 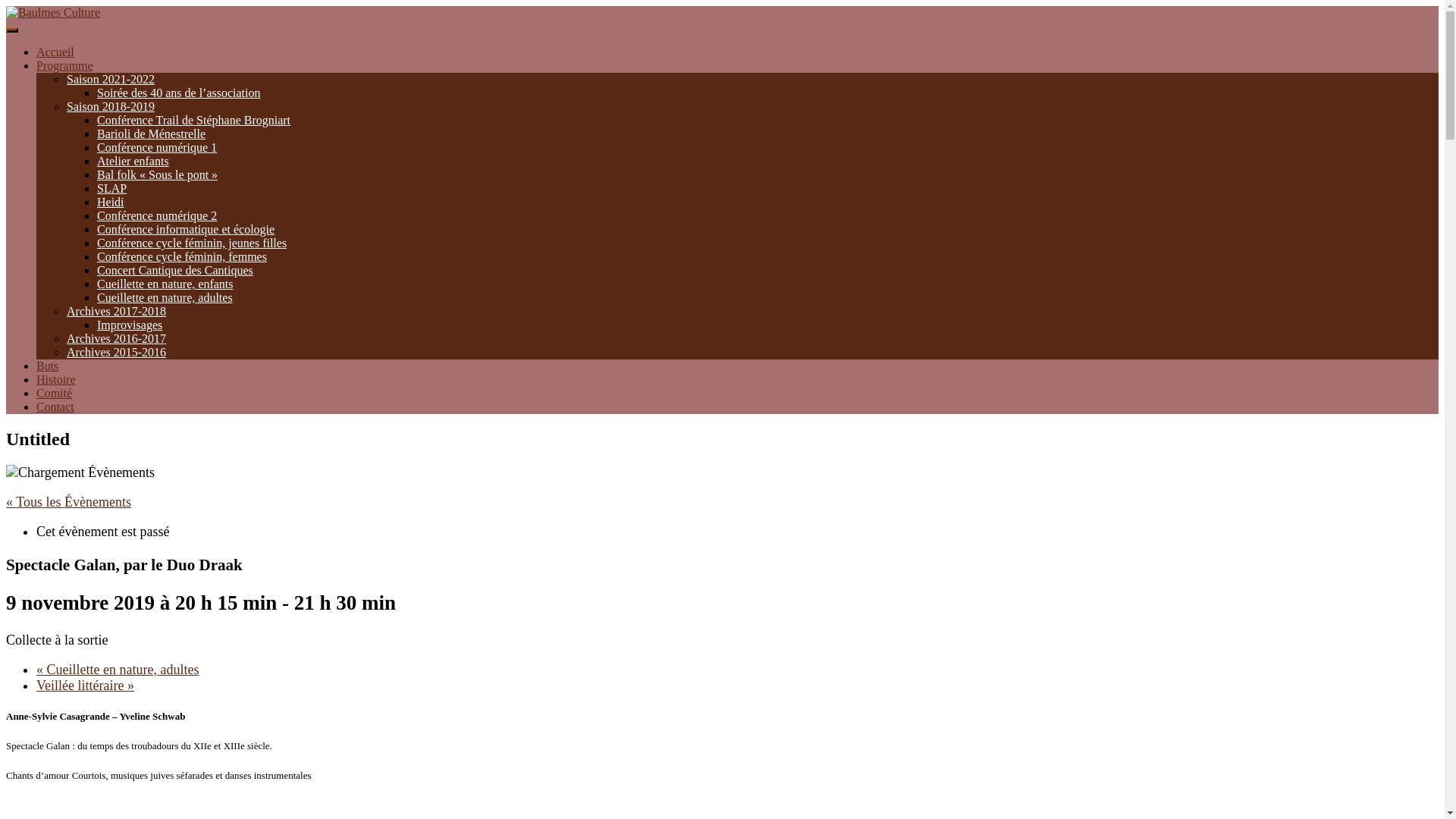 What do you see at coordinates (111, 187) in the screenshot?
I see `'SLAP'` at bounding box center [111, 187].